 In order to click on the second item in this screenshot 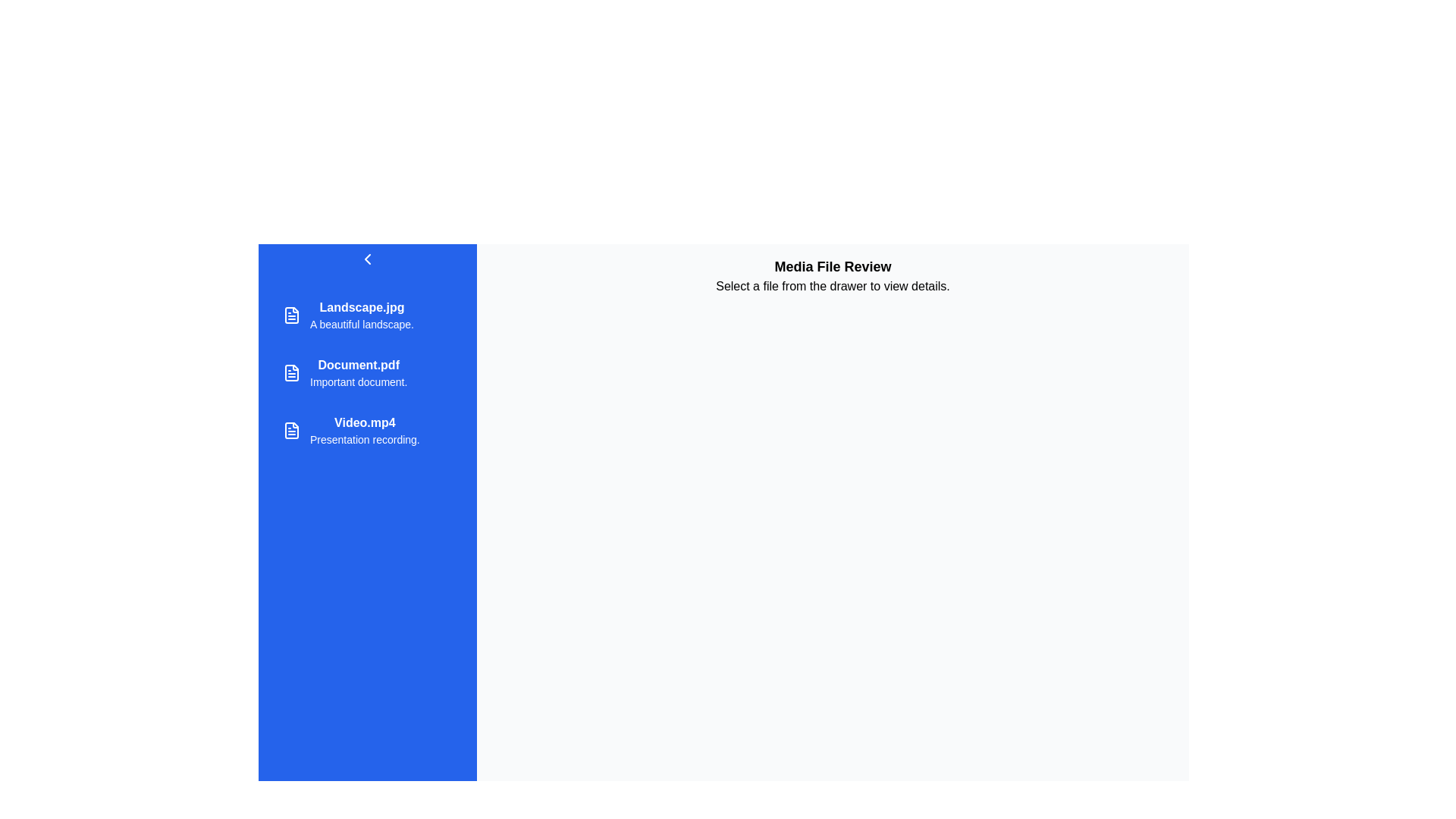, I will do `click(358, 373)`.